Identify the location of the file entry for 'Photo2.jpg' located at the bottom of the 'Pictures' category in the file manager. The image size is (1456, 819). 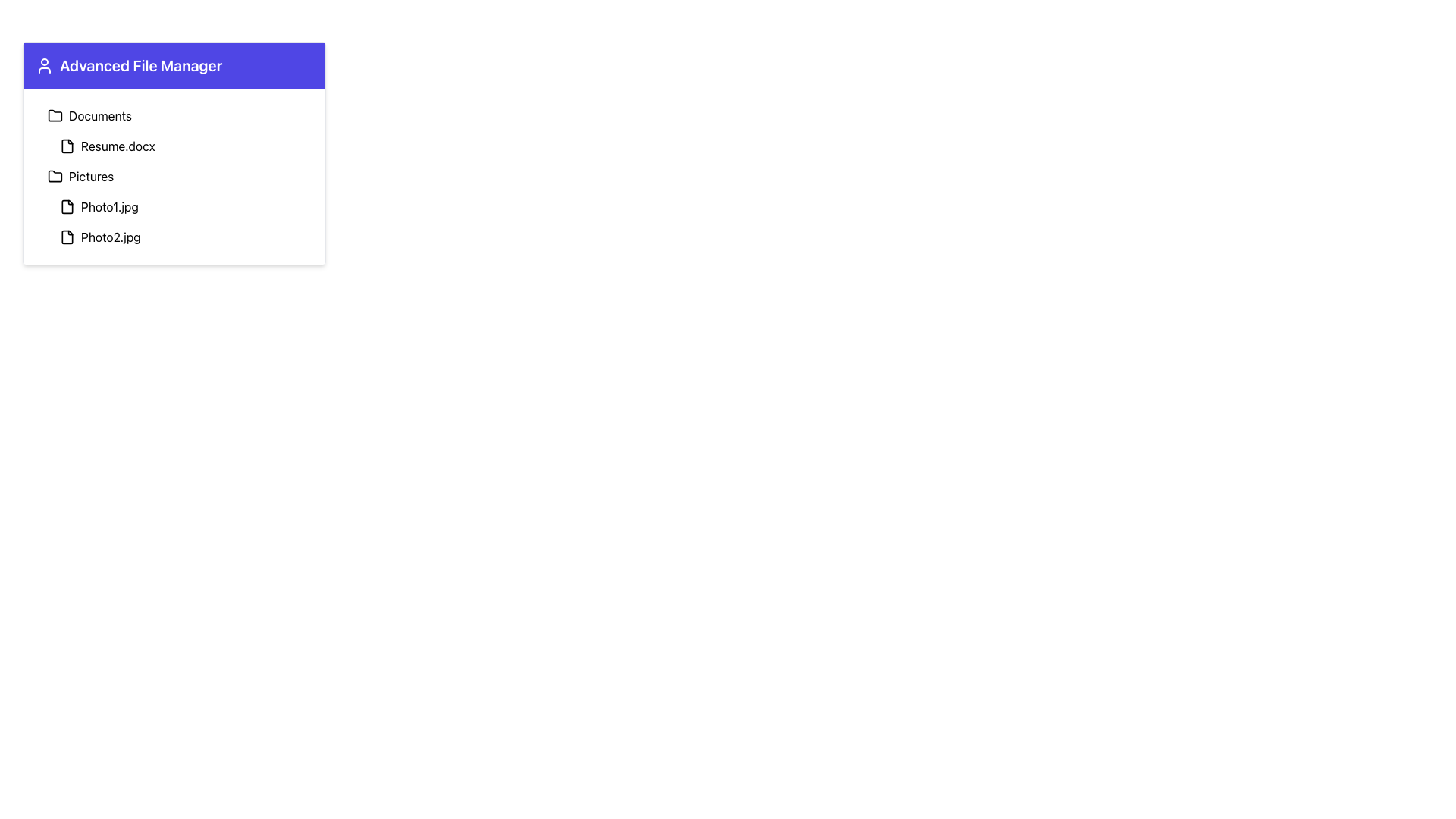
(180, 237).